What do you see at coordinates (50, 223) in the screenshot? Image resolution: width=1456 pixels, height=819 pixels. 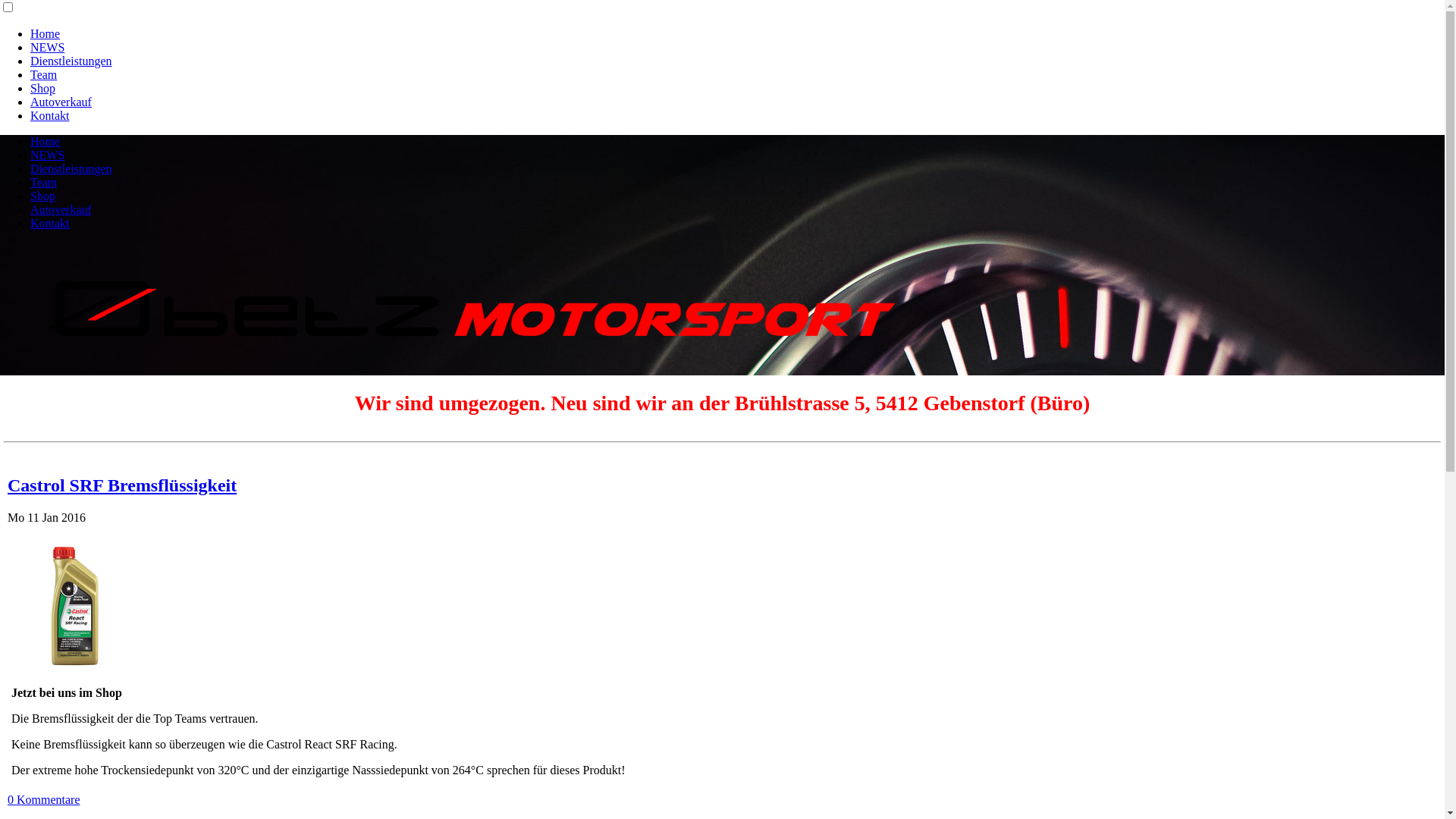 I see `'Kontakt'` at bounding box center [50, 223].